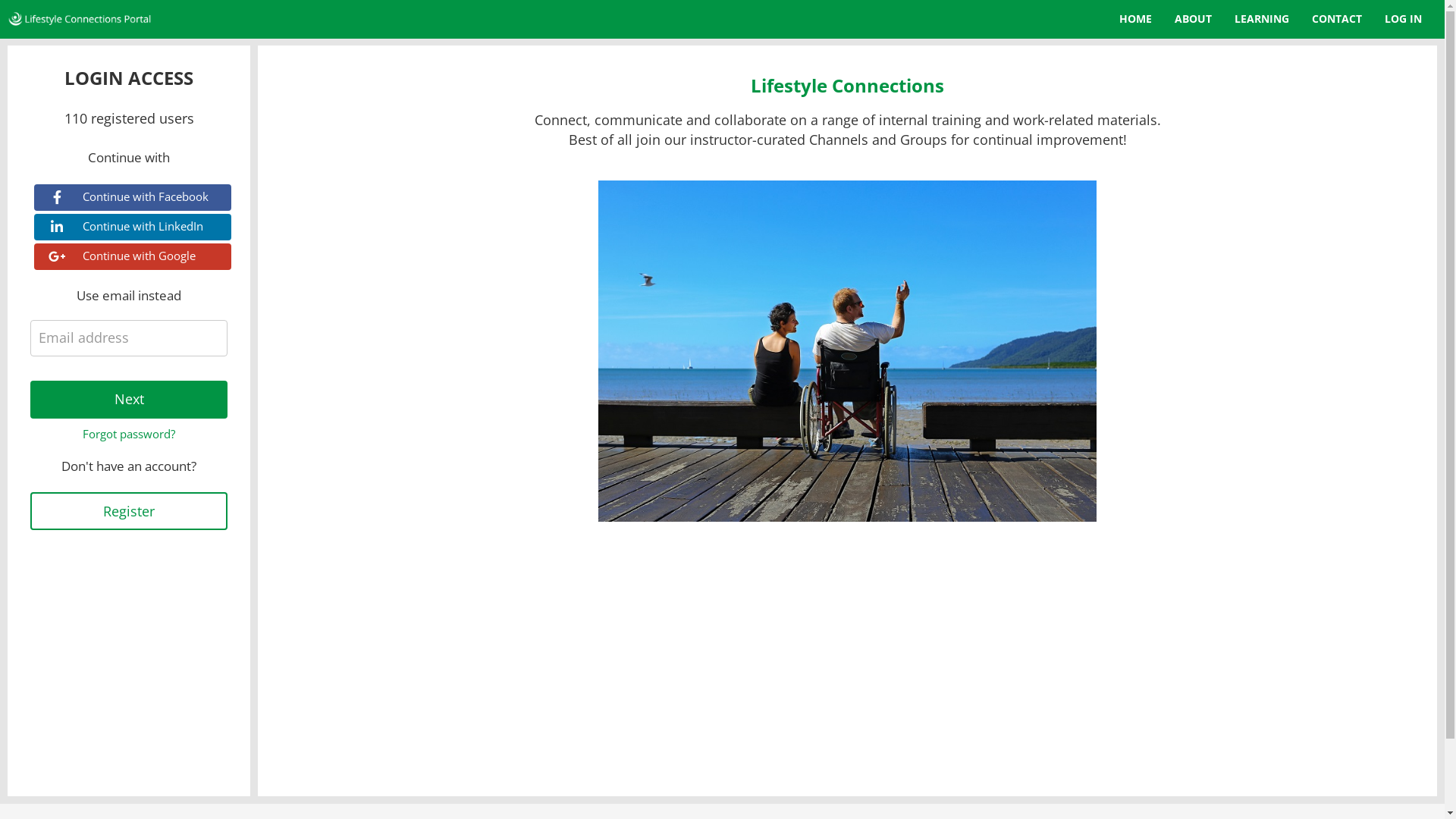 This screenshot has height=819, width=1456. I want to click on 'Forgot password?', so click(128, 434).